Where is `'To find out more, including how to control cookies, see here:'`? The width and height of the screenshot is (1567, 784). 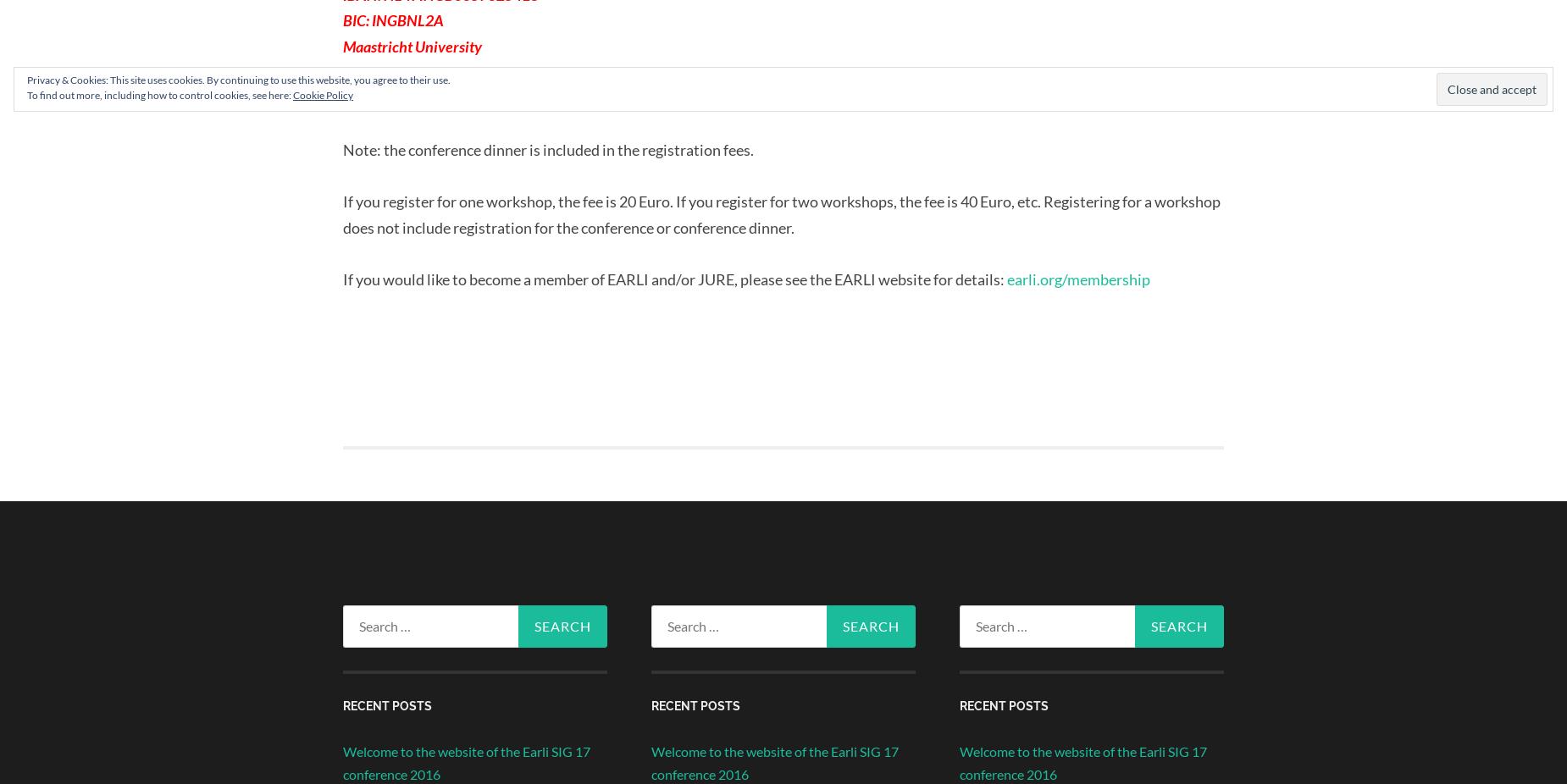
'To find out more, including how to control cookies, see here:' is located at coordinates (159, 94).